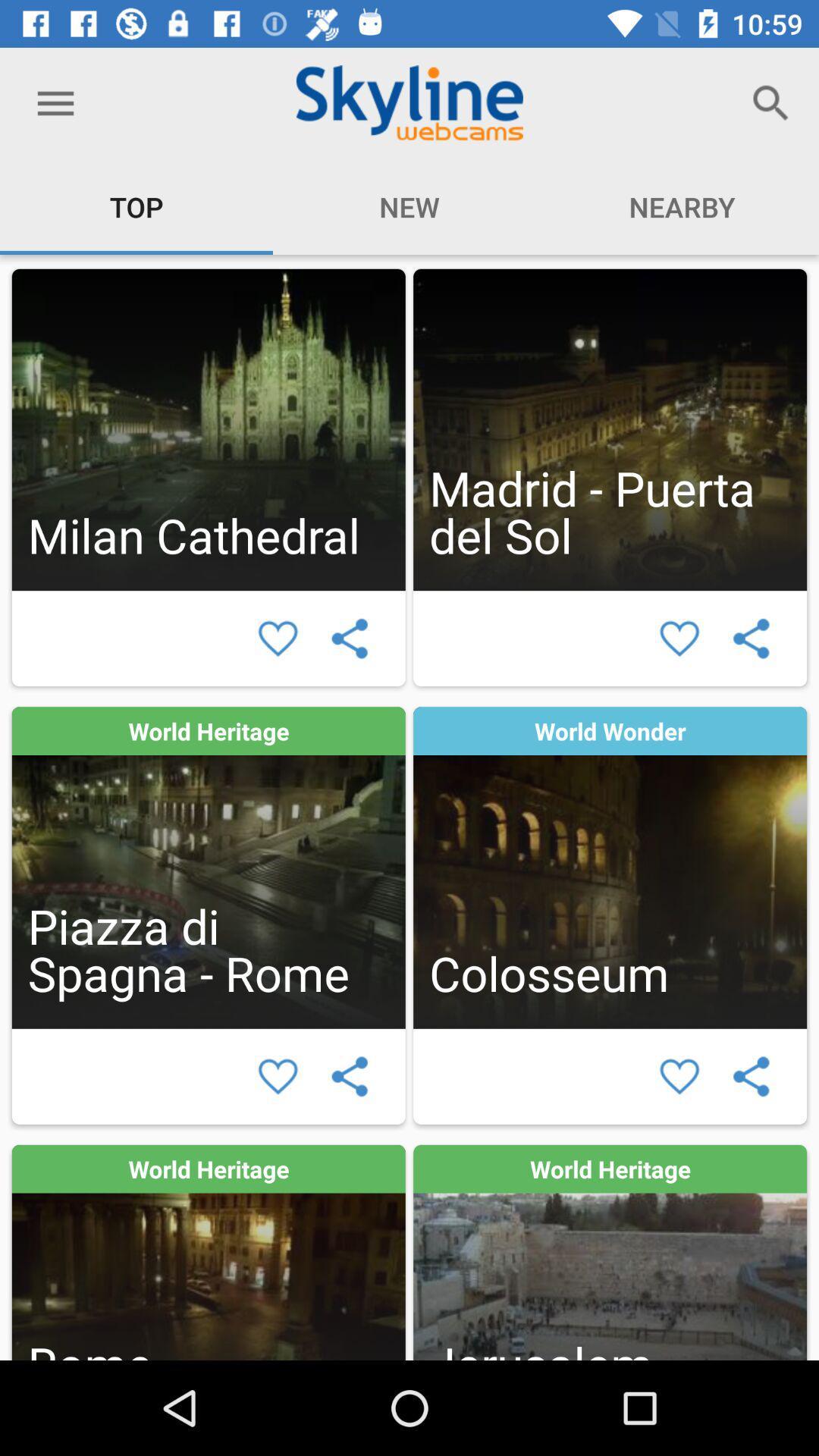 The height and width of the screenshot is (1456, 819). What do you see at coordinates (350, 639) in the screenshot?
I see `share images` at bounding box center [350, 639].